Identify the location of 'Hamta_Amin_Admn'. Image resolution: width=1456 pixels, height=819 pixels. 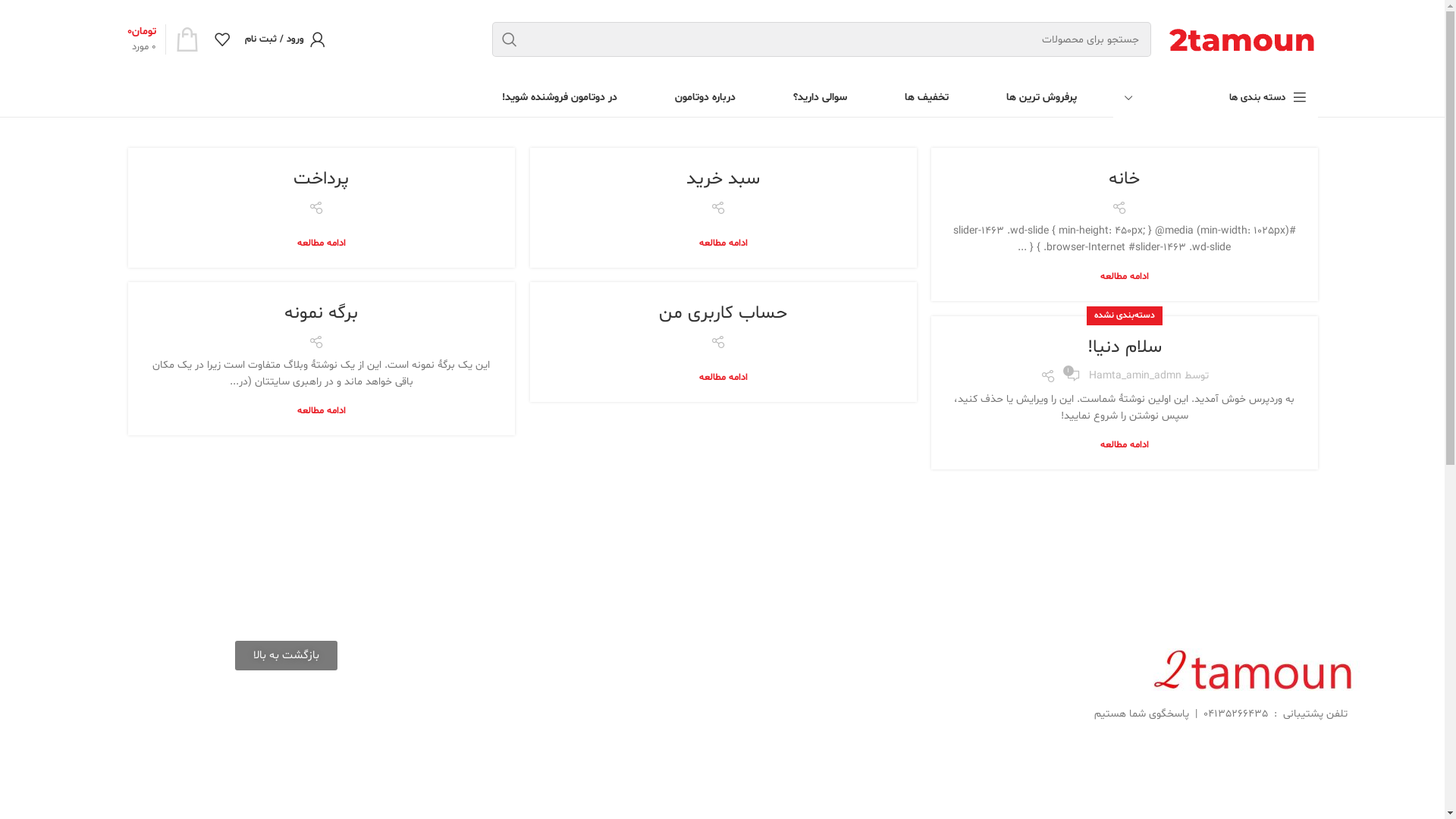
(1087, 375).